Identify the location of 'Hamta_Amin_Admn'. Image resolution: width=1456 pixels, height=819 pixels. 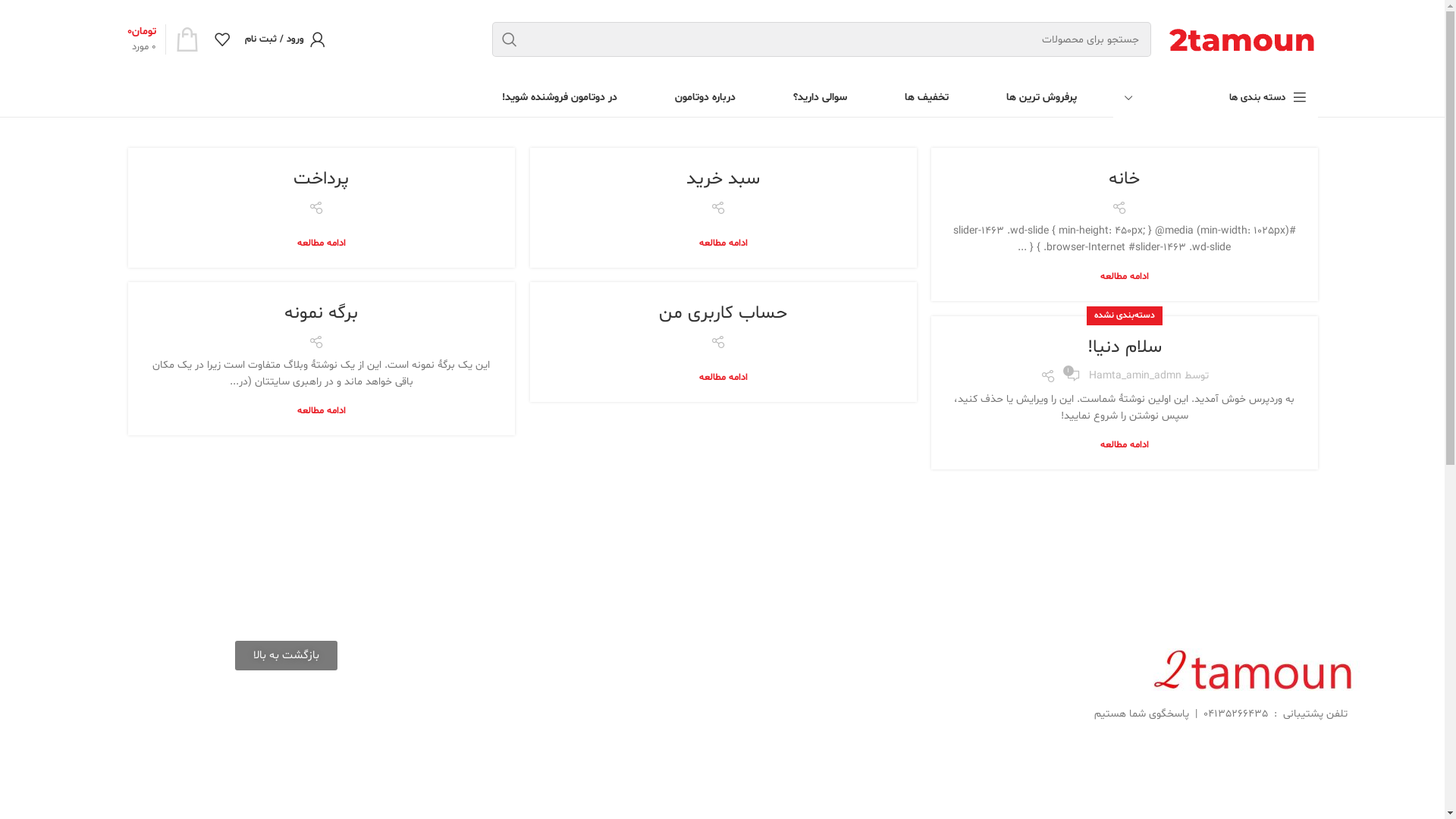
(1087, 375).